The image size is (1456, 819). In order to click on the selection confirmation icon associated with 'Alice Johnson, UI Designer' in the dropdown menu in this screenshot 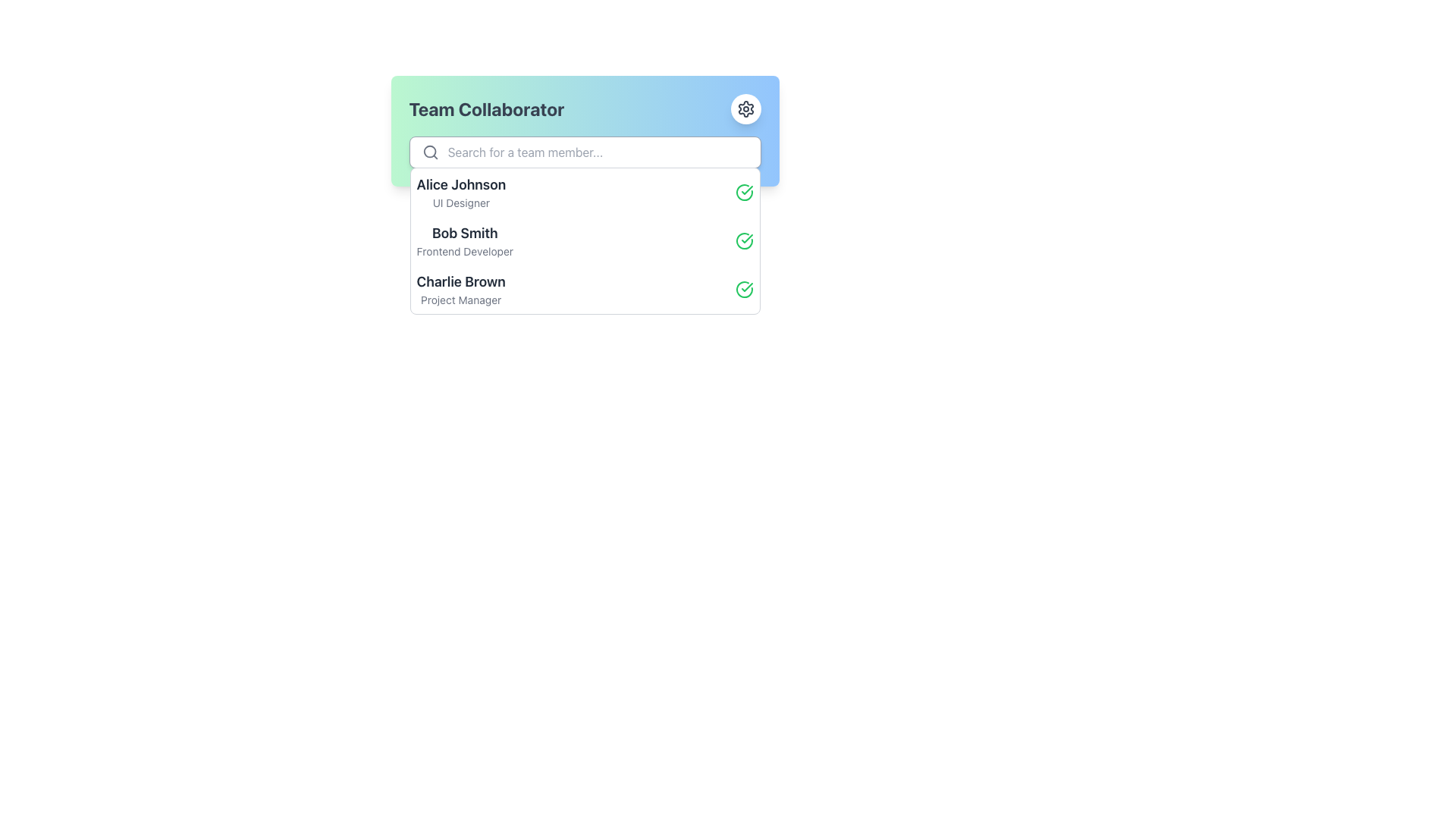, I will do `click(744, 192)`.